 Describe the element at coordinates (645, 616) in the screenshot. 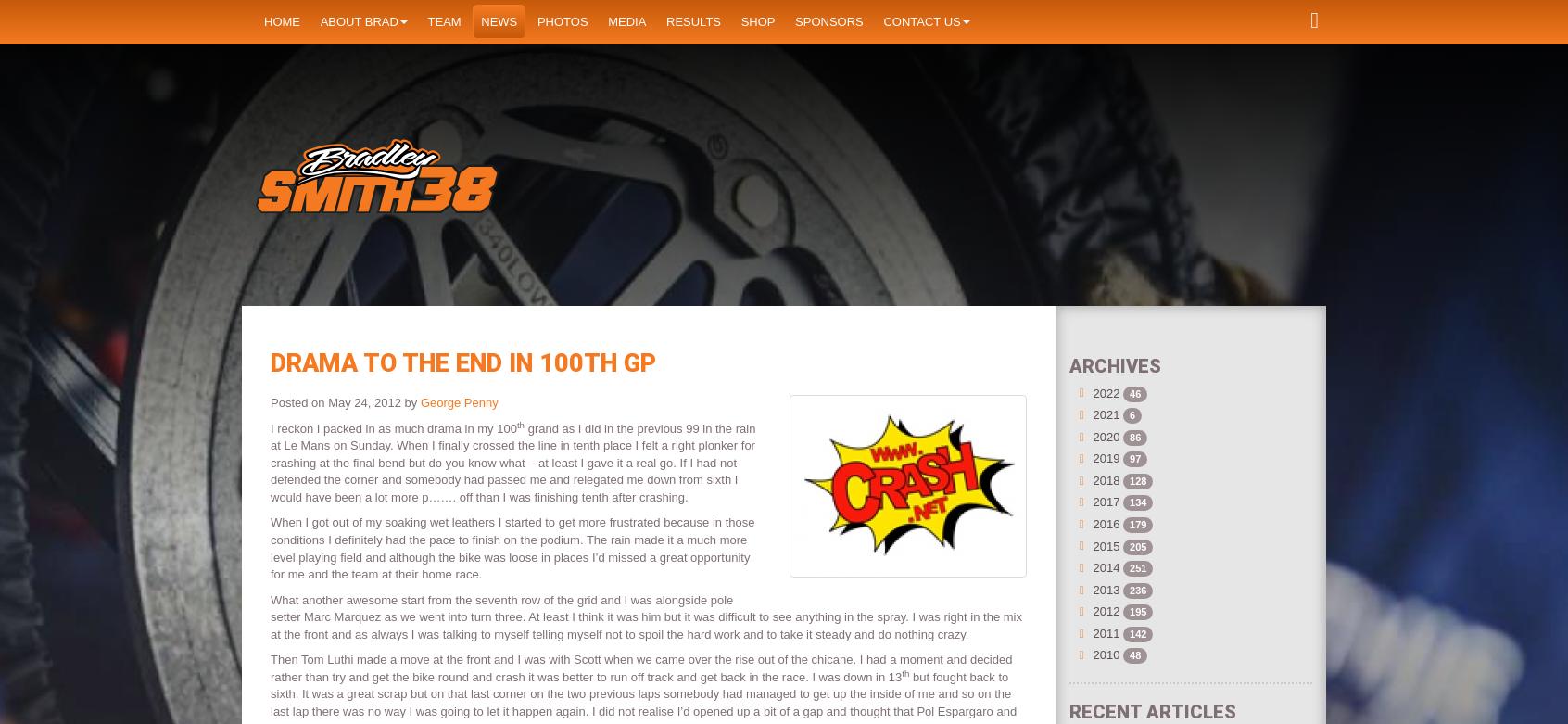

I see `'What another awesome start from the seventh row of the grid and I was alongside pole setter Marc Marquez as we went into turn three. At least I think it was him but it was difficult to see anything in the spray. I was right in the mix at the front and as always I was talking to myself telling myself not to spoil the hard work and to take it steady and do nothing crazy.'` at that location.